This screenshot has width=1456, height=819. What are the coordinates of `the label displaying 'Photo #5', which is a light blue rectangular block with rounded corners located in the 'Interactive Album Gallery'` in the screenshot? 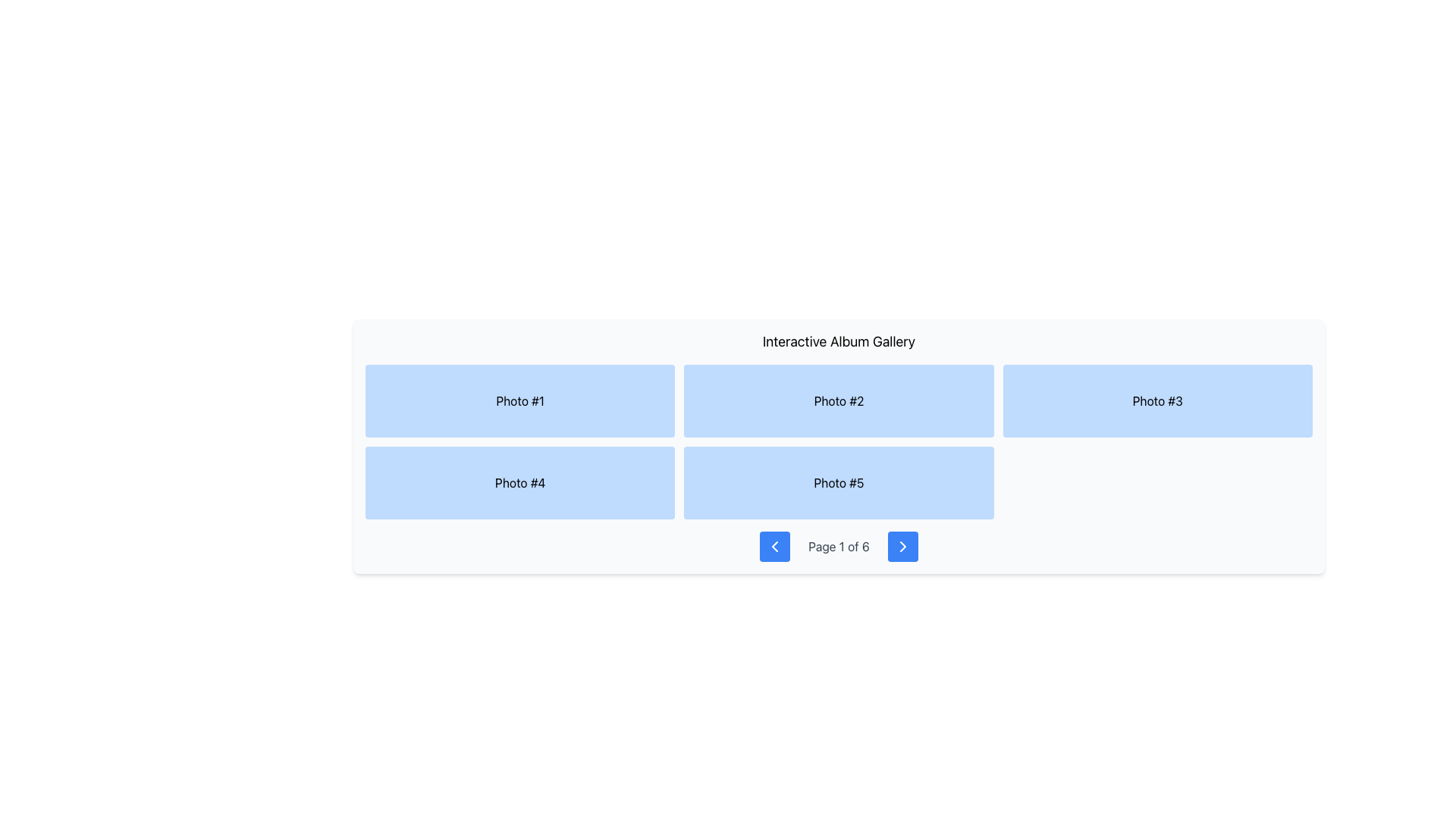 It's located at (838, 482).